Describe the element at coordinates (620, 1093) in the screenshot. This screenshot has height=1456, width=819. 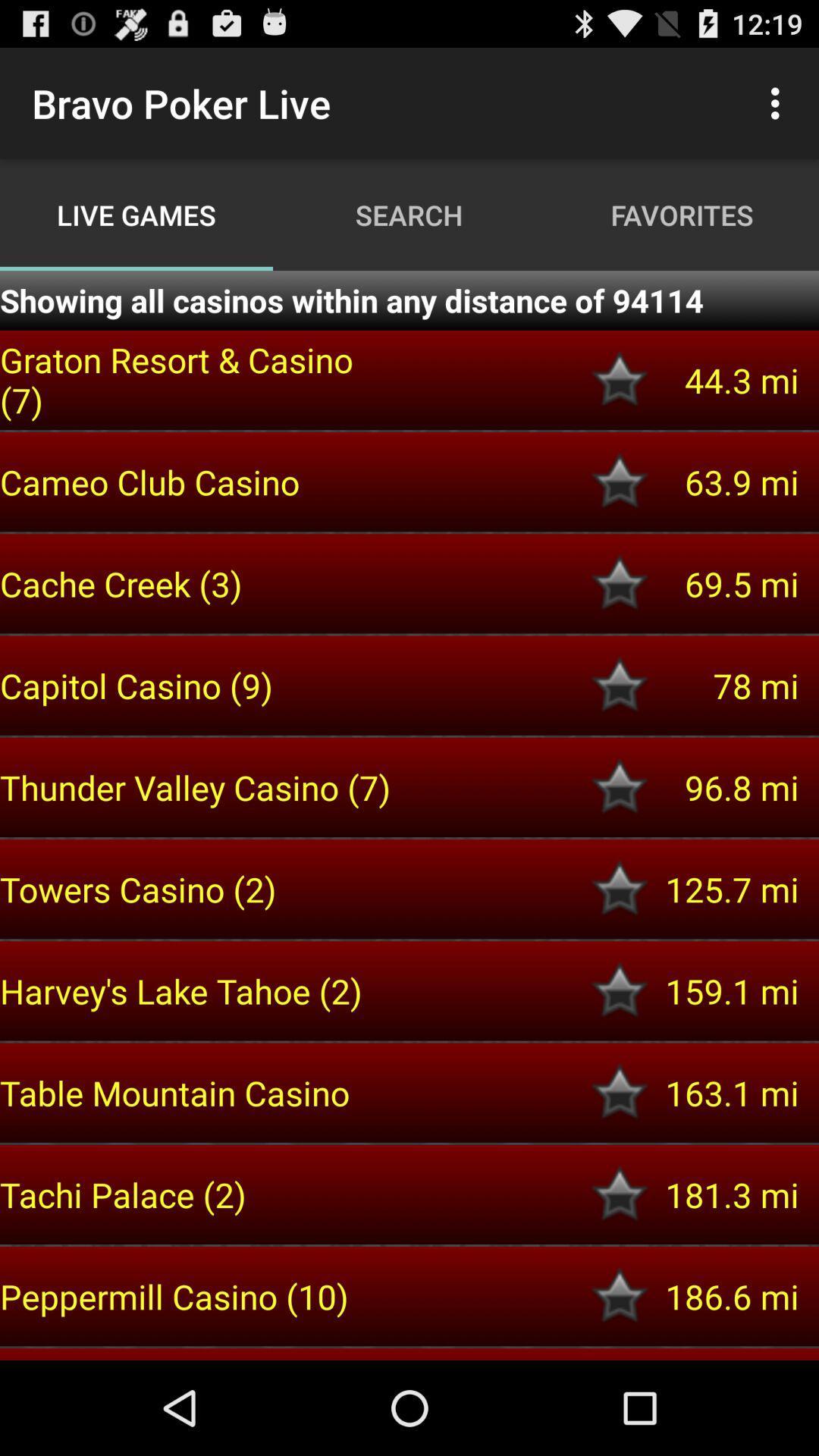
I see `make favorite` at that location.